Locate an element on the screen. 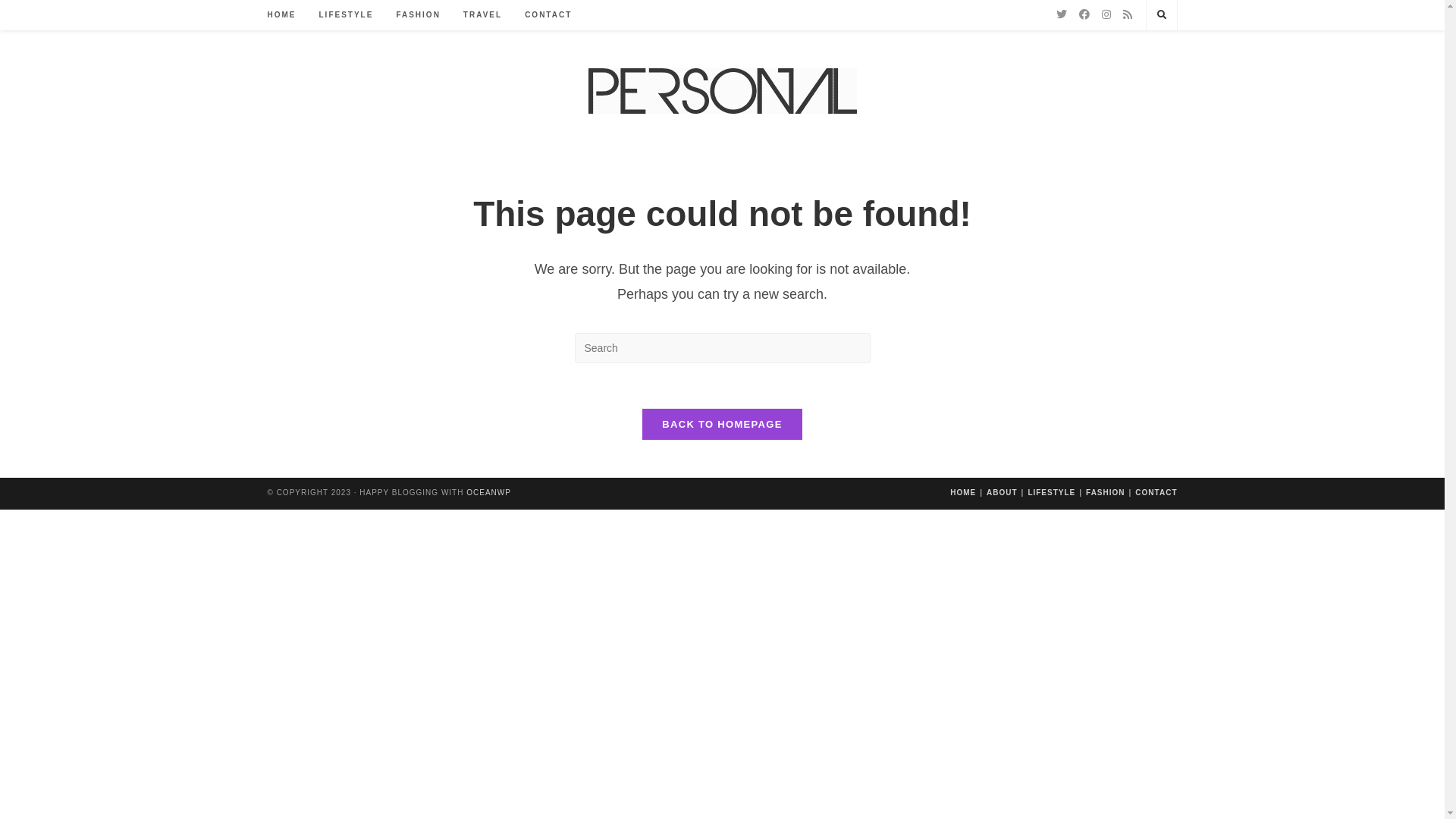 Image resolution: width=1456 pixels, height=819 pixels. 'TRAVEL' is located at coordinates (482, 14).